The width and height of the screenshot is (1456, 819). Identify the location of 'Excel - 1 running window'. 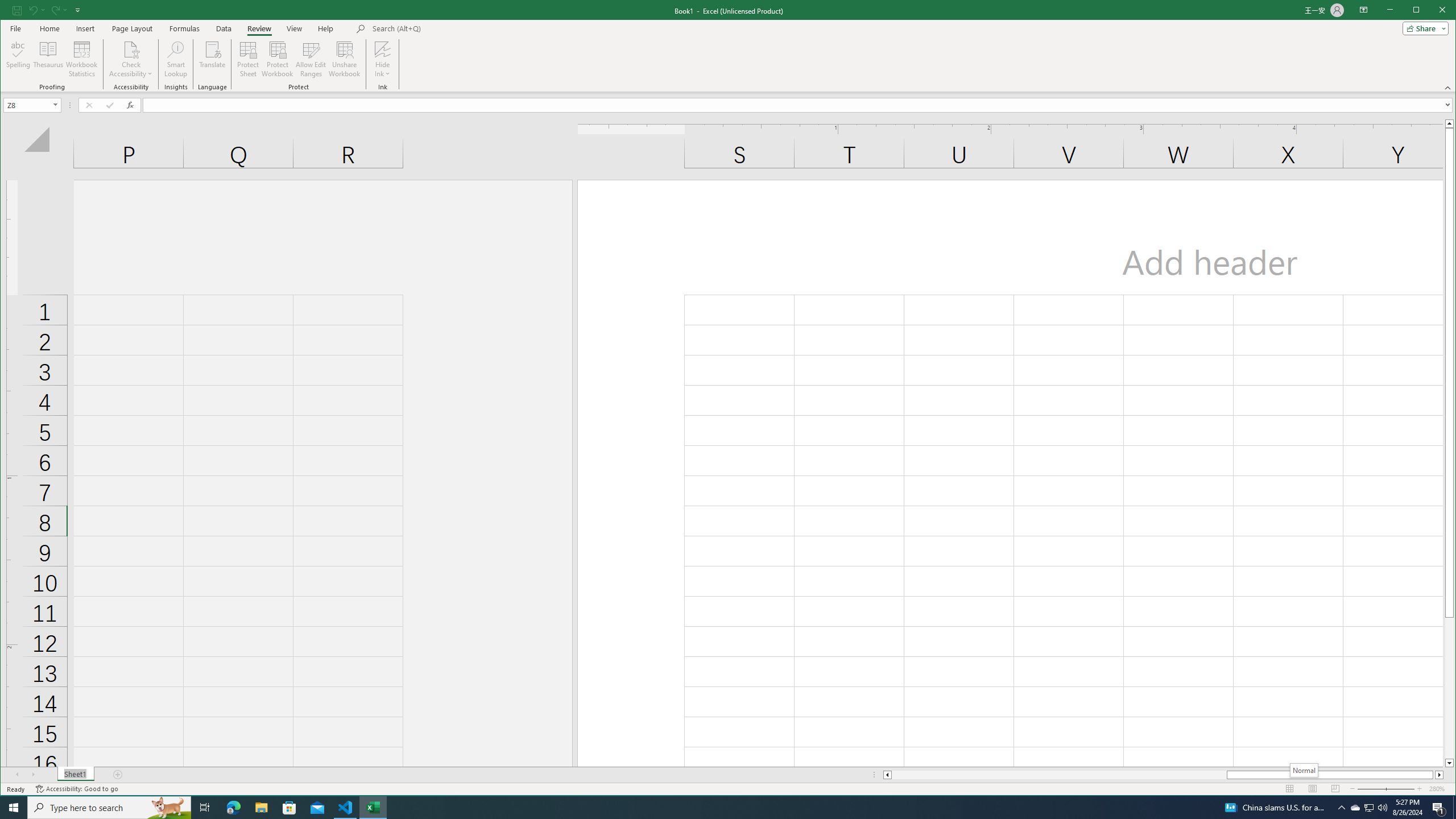
(373, 806).